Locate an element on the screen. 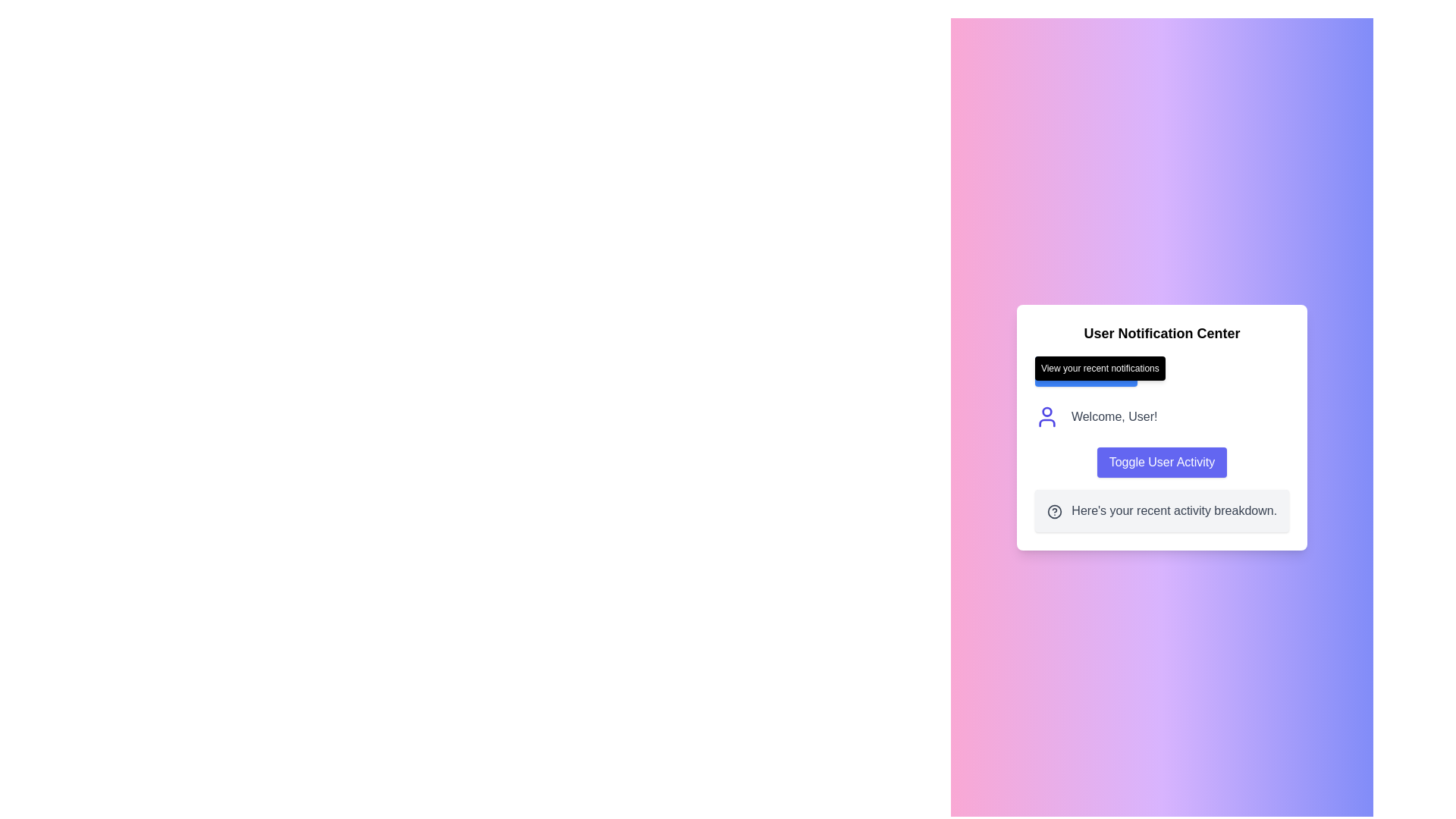  the Notifications button icon, which features a bell icon and is located at the top section of the notification center box is located at coordinates (1049, 371).